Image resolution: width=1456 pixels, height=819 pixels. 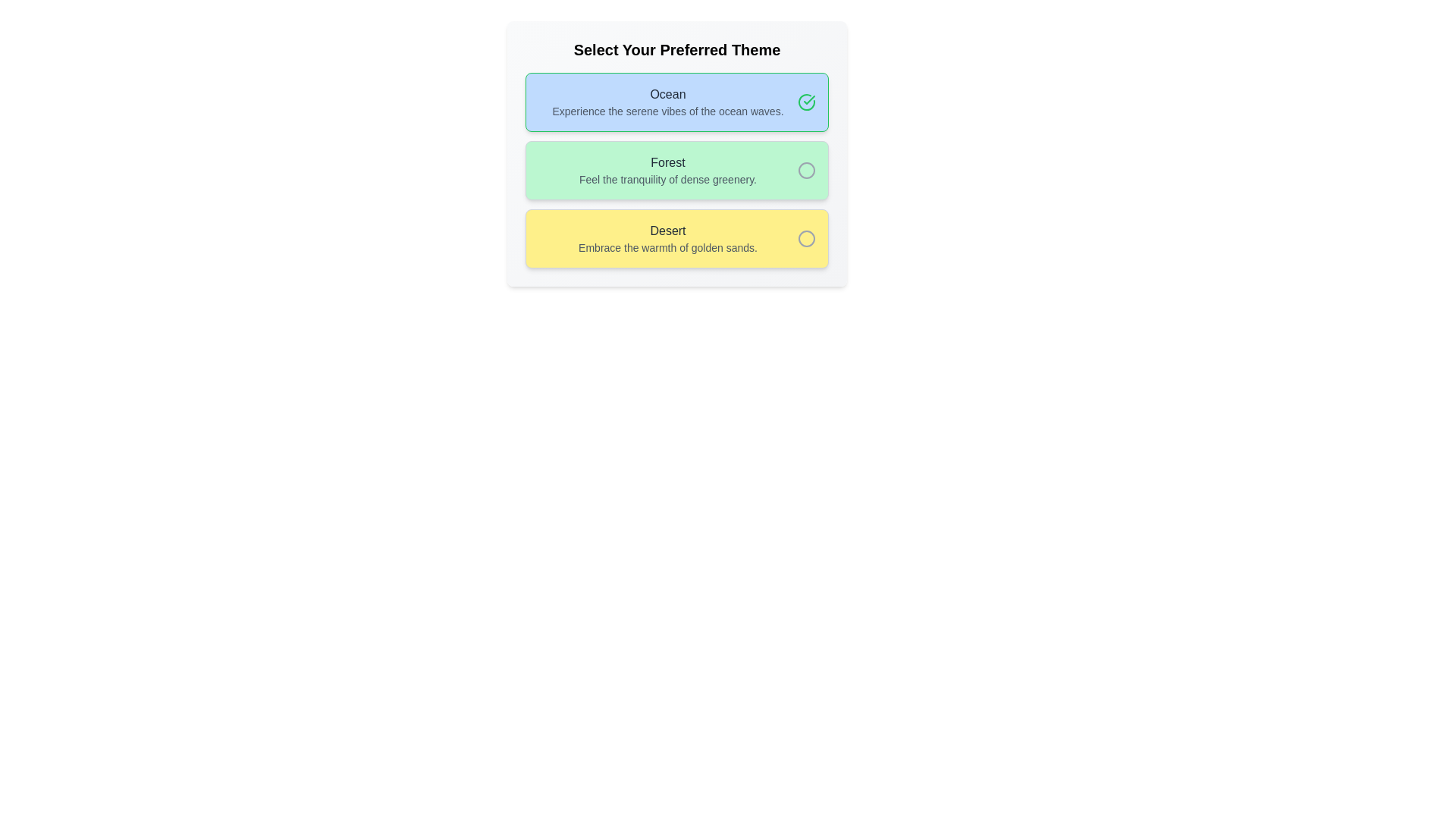 What do you see at coordinates (676, 170) in the screenshot?
I see `the selectable list item labeled 'Forest' with a green background and a radio button` at bounding box center [676, 170].